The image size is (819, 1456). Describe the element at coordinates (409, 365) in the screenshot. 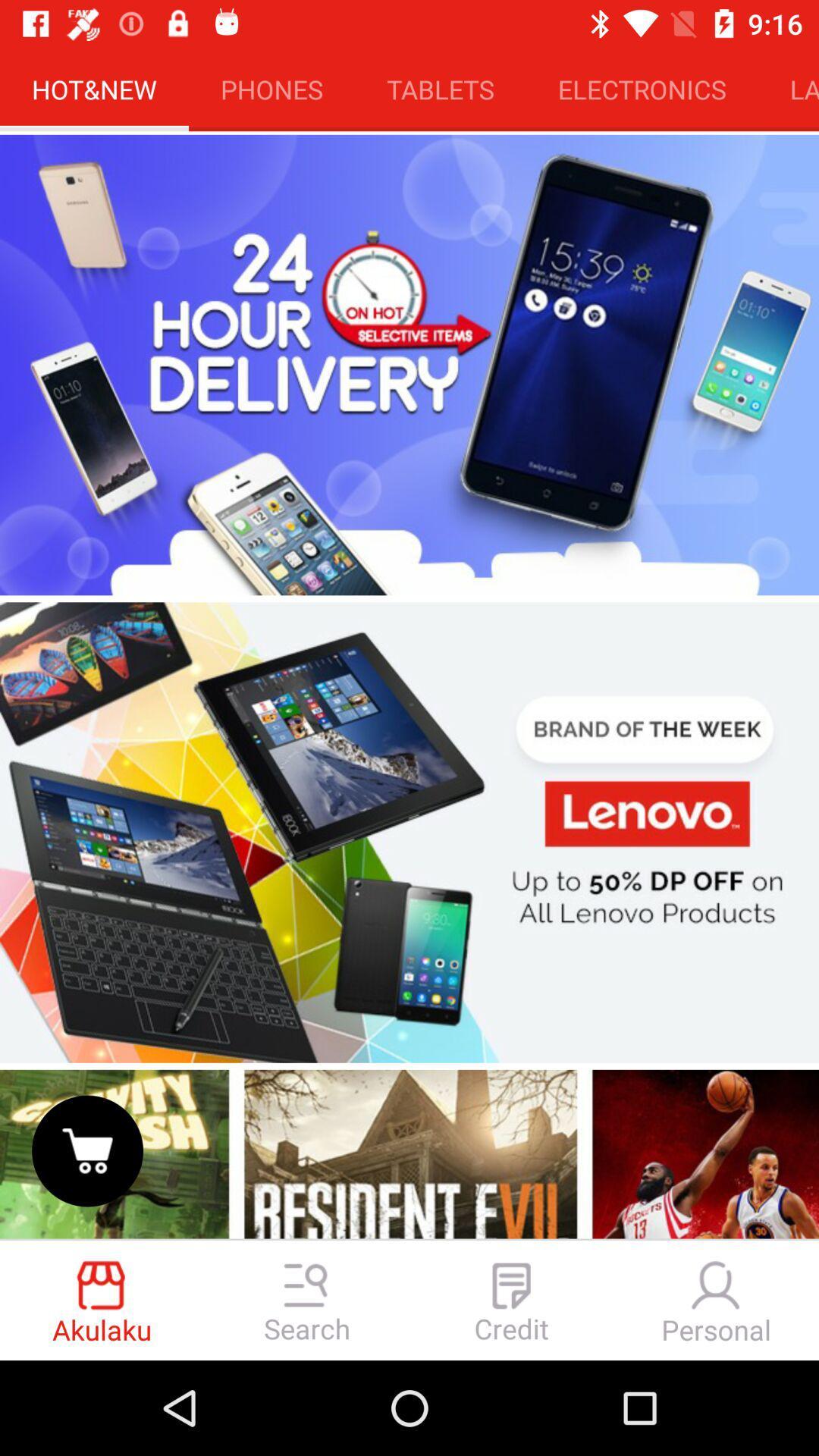

I see `24 hour delivery on selective items` at that location.